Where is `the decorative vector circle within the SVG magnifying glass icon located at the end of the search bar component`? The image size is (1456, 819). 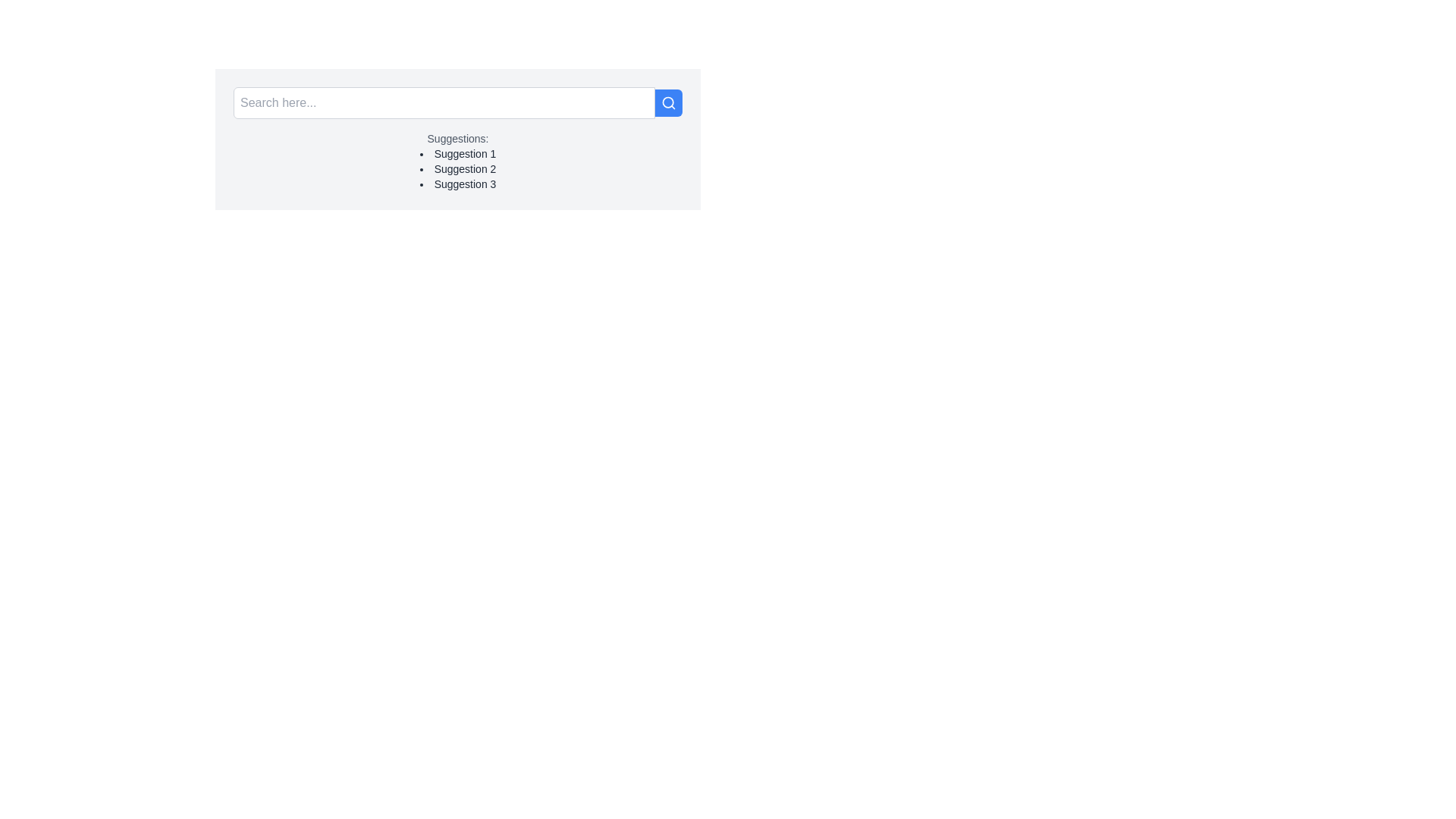 the decorative vector circle within the SVG magnifying glass icon located at the end of the search bar component is located at coordinates (667, 102).